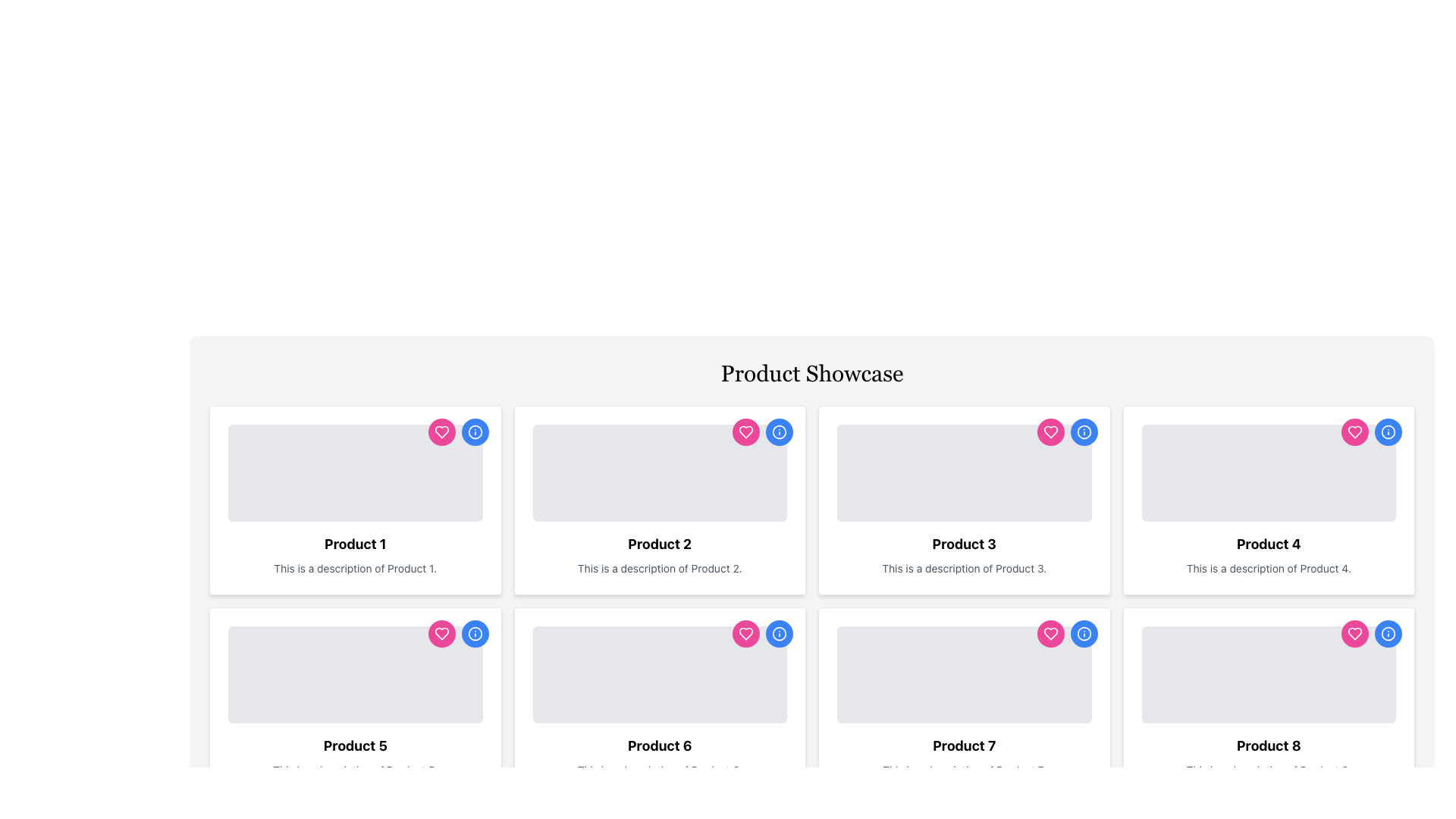 The image size is (1456, 819). I want to click on the button located, so click(1372, 634).